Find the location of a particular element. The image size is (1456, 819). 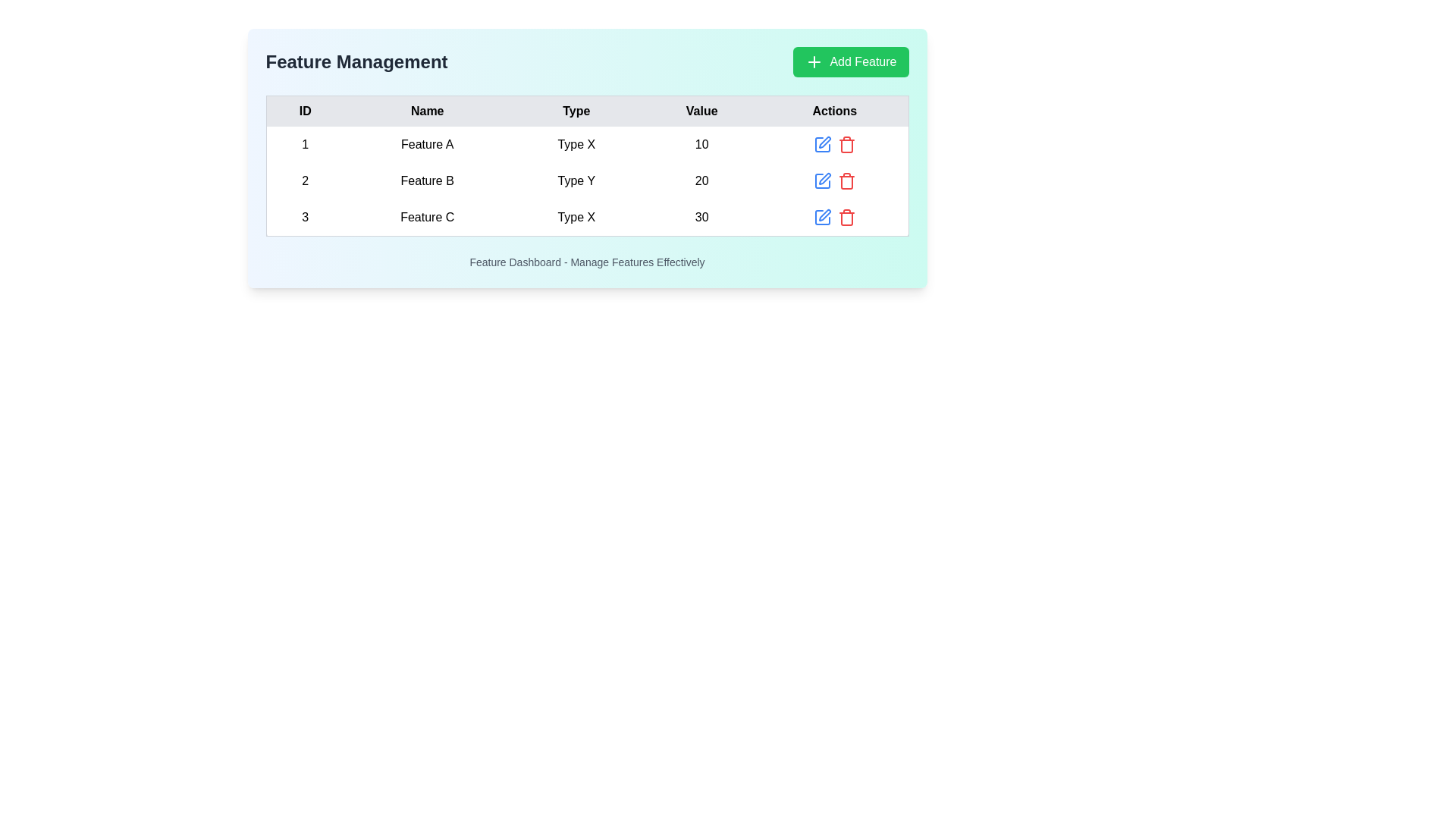

the static text label in the fourth position of the table header, which indicates the values associated with the table's entries is located at coordinates (701, 110).